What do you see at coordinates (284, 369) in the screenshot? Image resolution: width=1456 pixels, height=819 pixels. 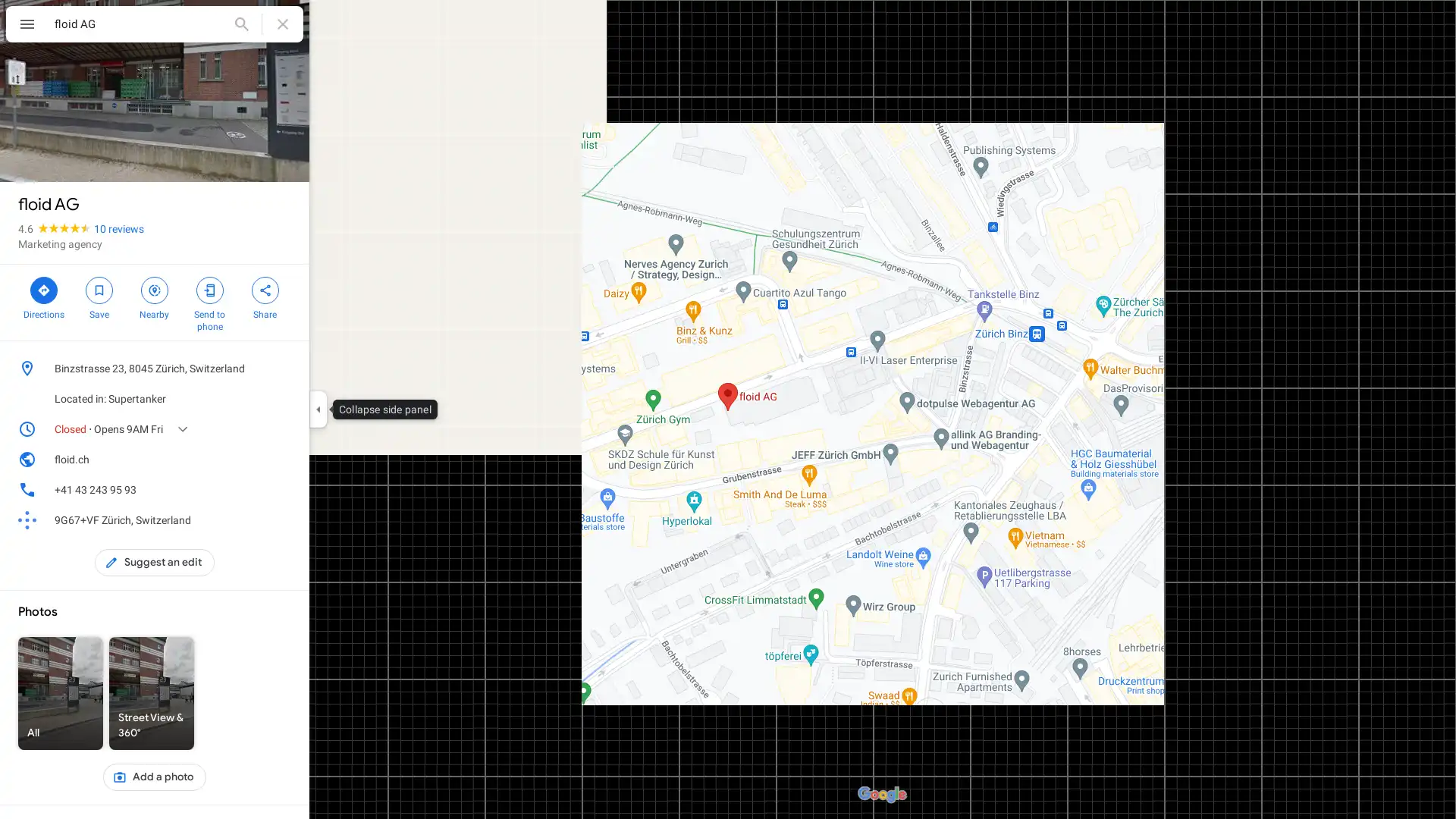 I see `Copy address` at bounding box center [284, 369].